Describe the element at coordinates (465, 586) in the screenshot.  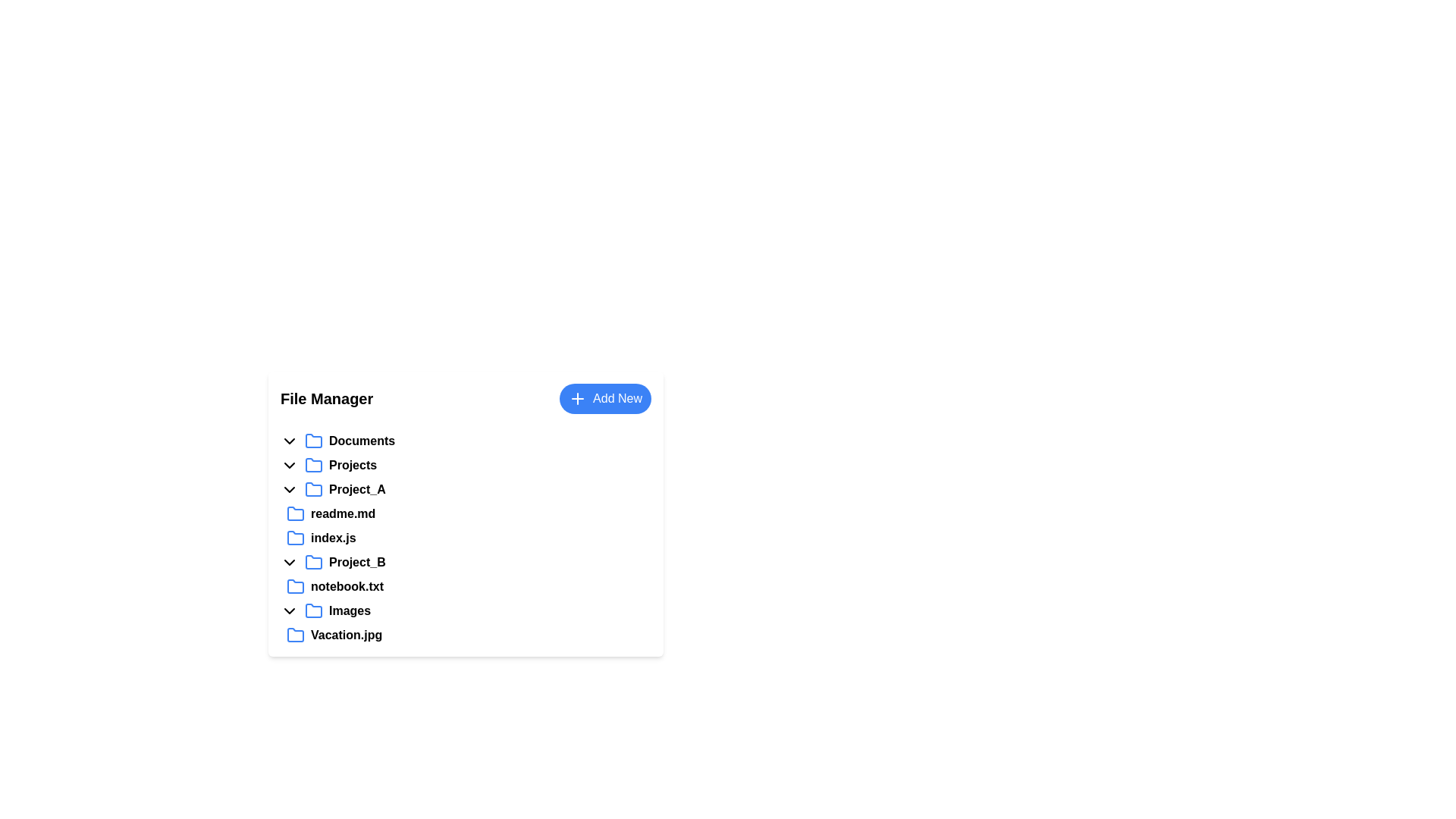
I see `the 'notebook.txt' file item located under the 'Project_B' folder in the file explorer` at that location.